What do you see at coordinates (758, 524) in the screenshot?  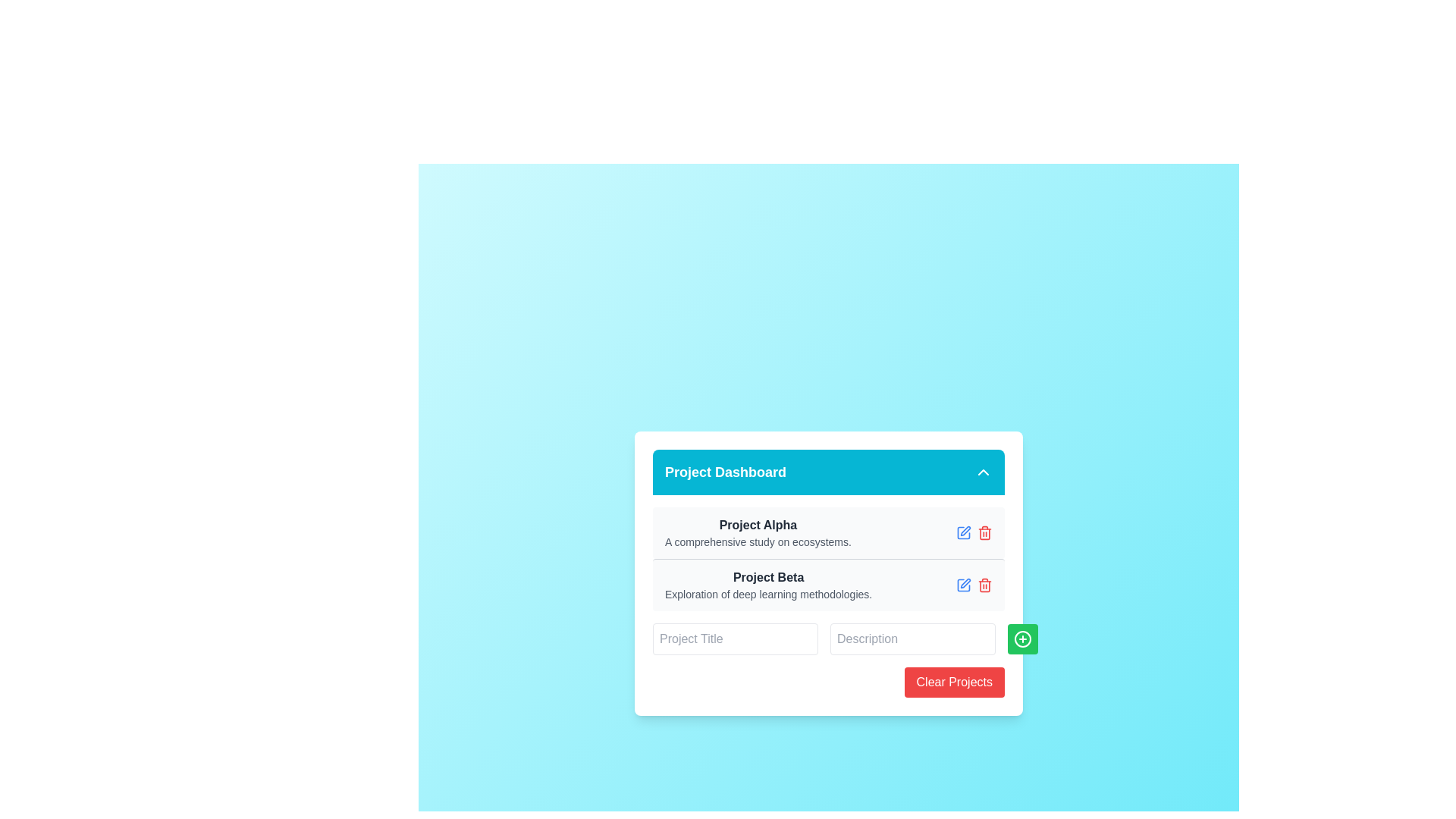 I see `text label 'Project Alpha' located at the top of the first project card under the 'Project Dashboard' header as a title` at bounding box center [758, 524].